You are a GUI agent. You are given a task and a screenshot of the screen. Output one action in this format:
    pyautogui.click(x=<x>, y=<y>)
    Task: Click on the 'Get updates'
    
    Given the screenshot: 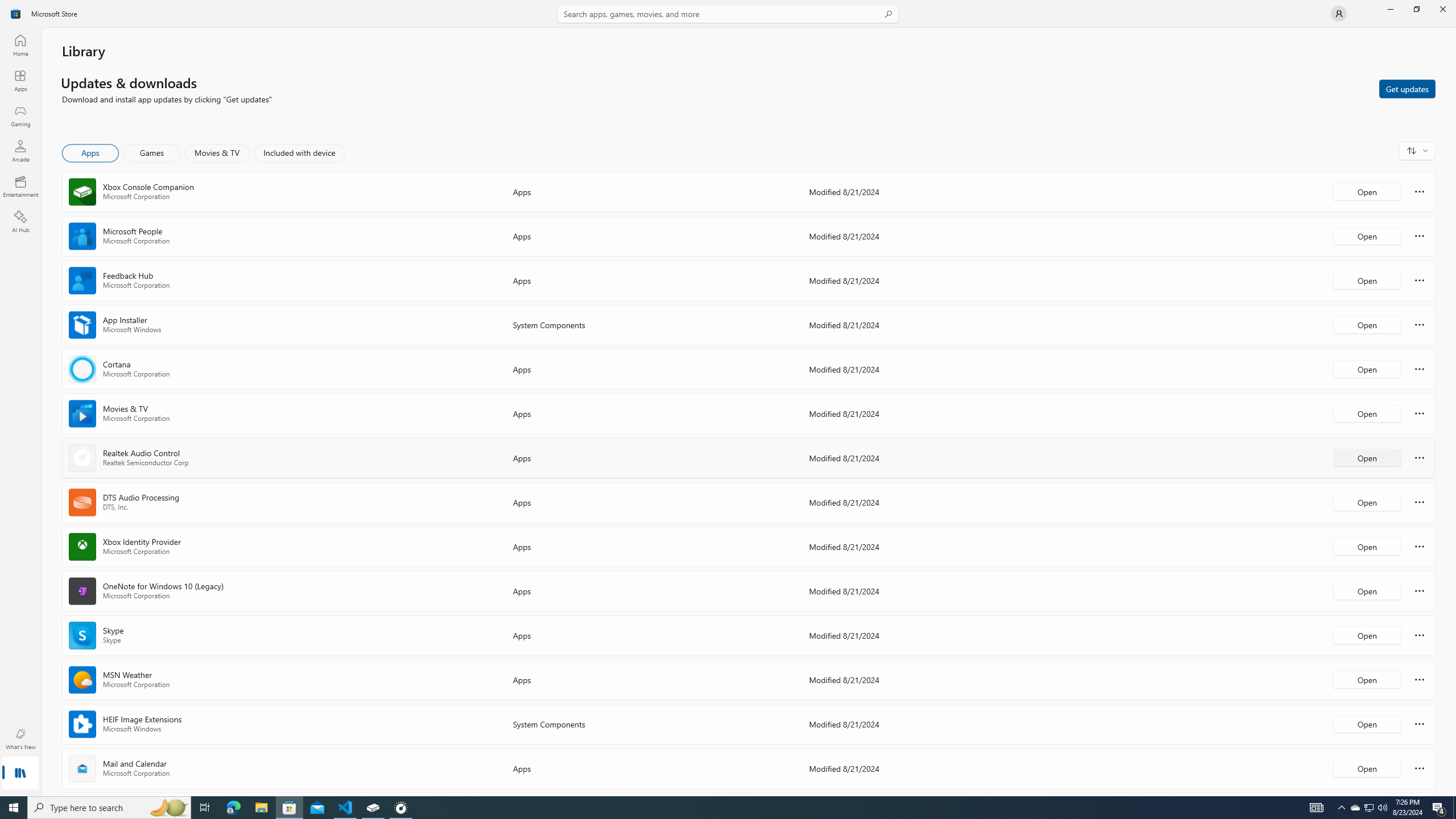 What is the action you would take?
    pyautogui.click(x=1407, y=88)
    